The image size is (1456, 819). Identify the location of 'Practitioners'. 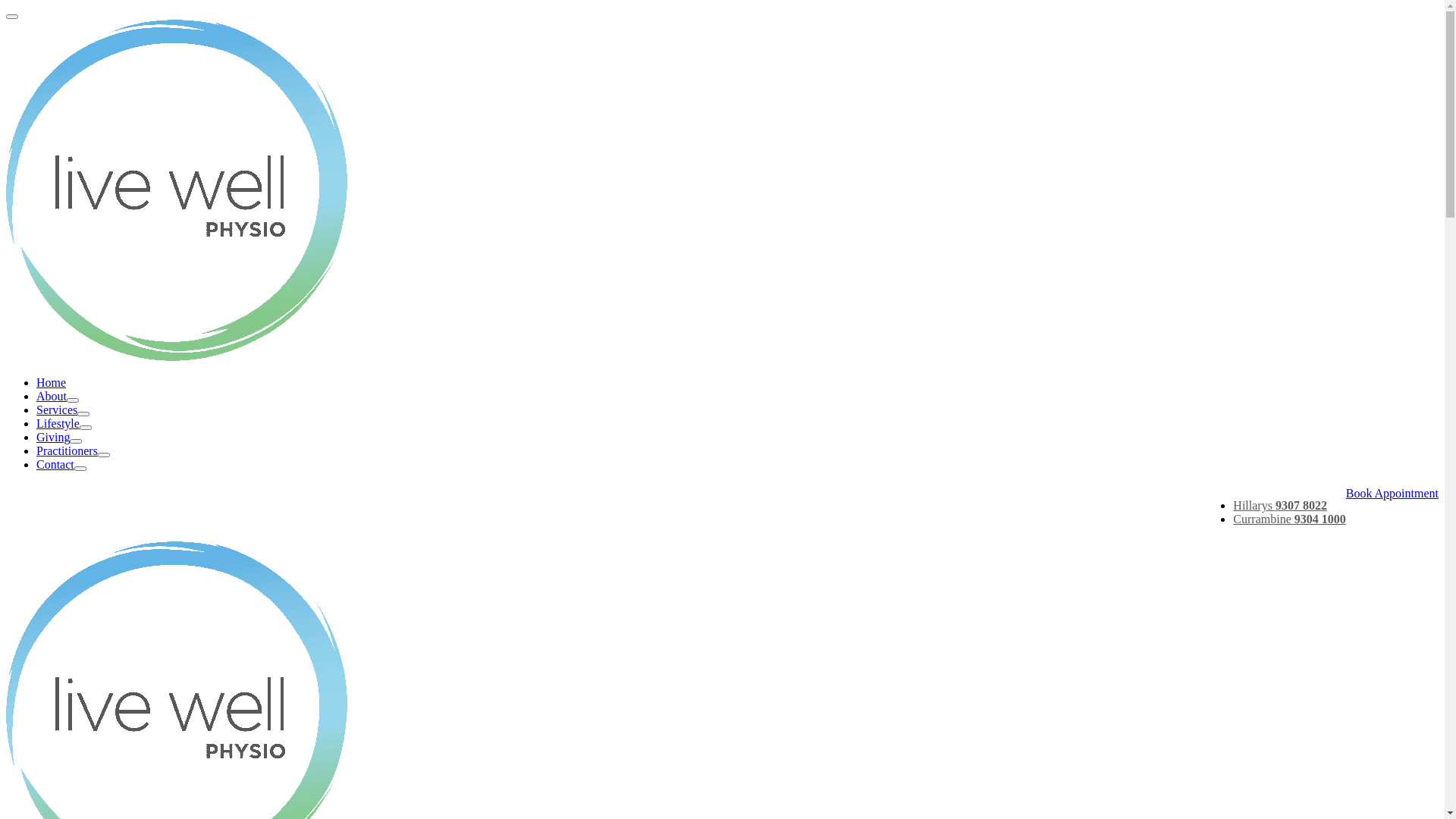
(36, 450).